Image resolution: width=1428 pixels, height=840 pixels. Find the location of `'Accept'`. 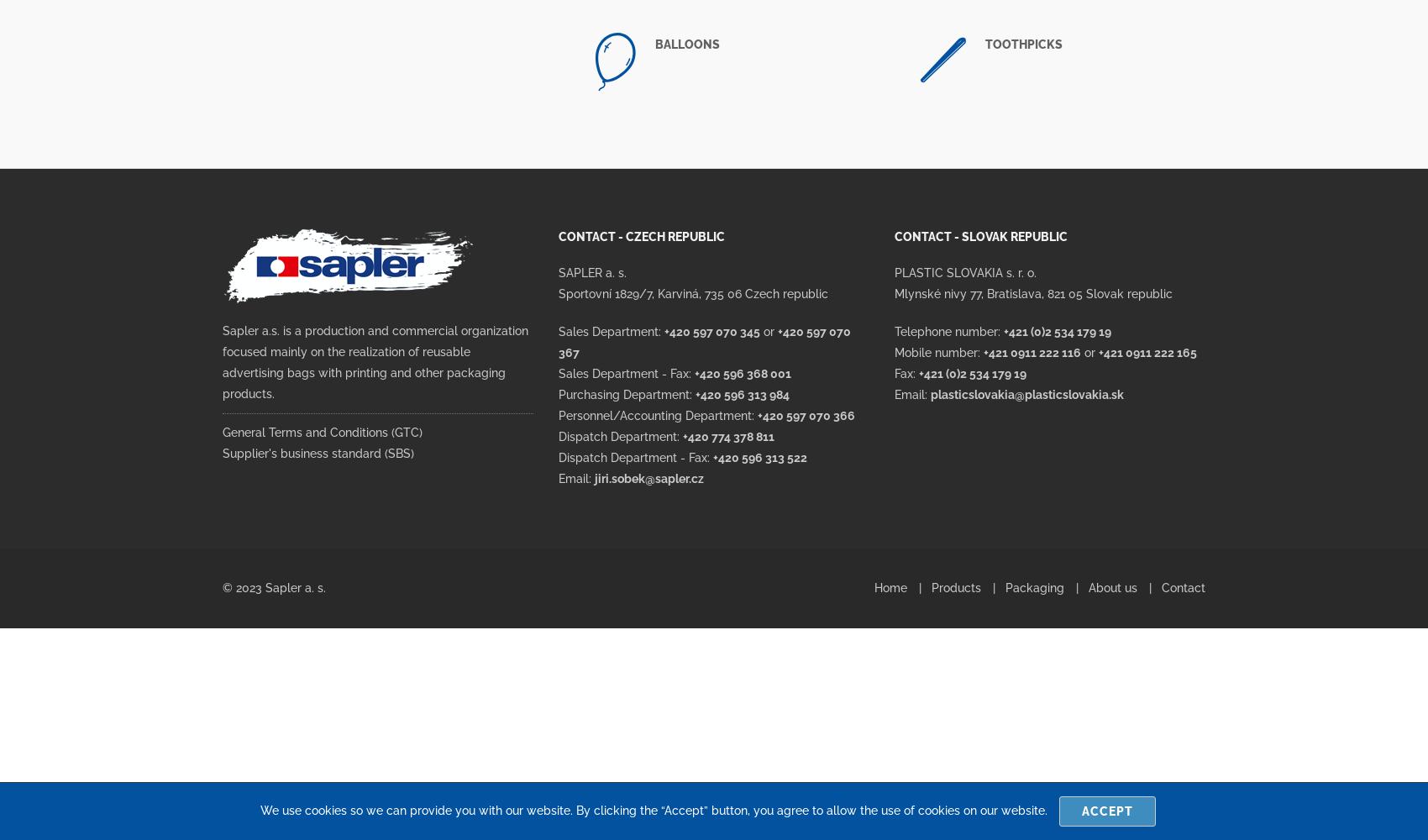

'Accept' is located at coordinates (1106, 811).